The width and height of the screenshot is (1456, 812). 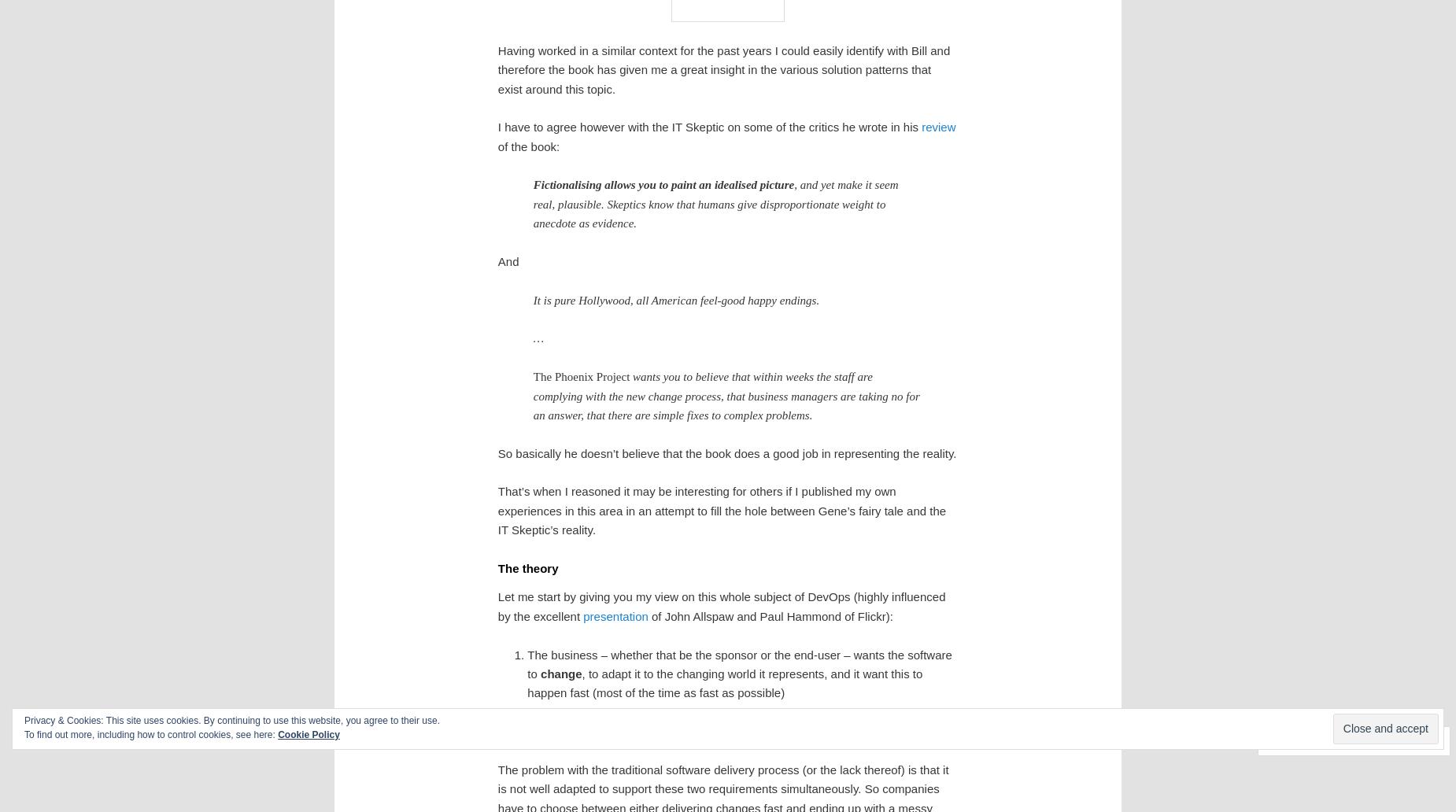 What do you see at coordinates (675, 300) in the screenshot?
I see `'It is pure Hollywood, all American feel-good happy endings.'` at bounding box center [675, 300].